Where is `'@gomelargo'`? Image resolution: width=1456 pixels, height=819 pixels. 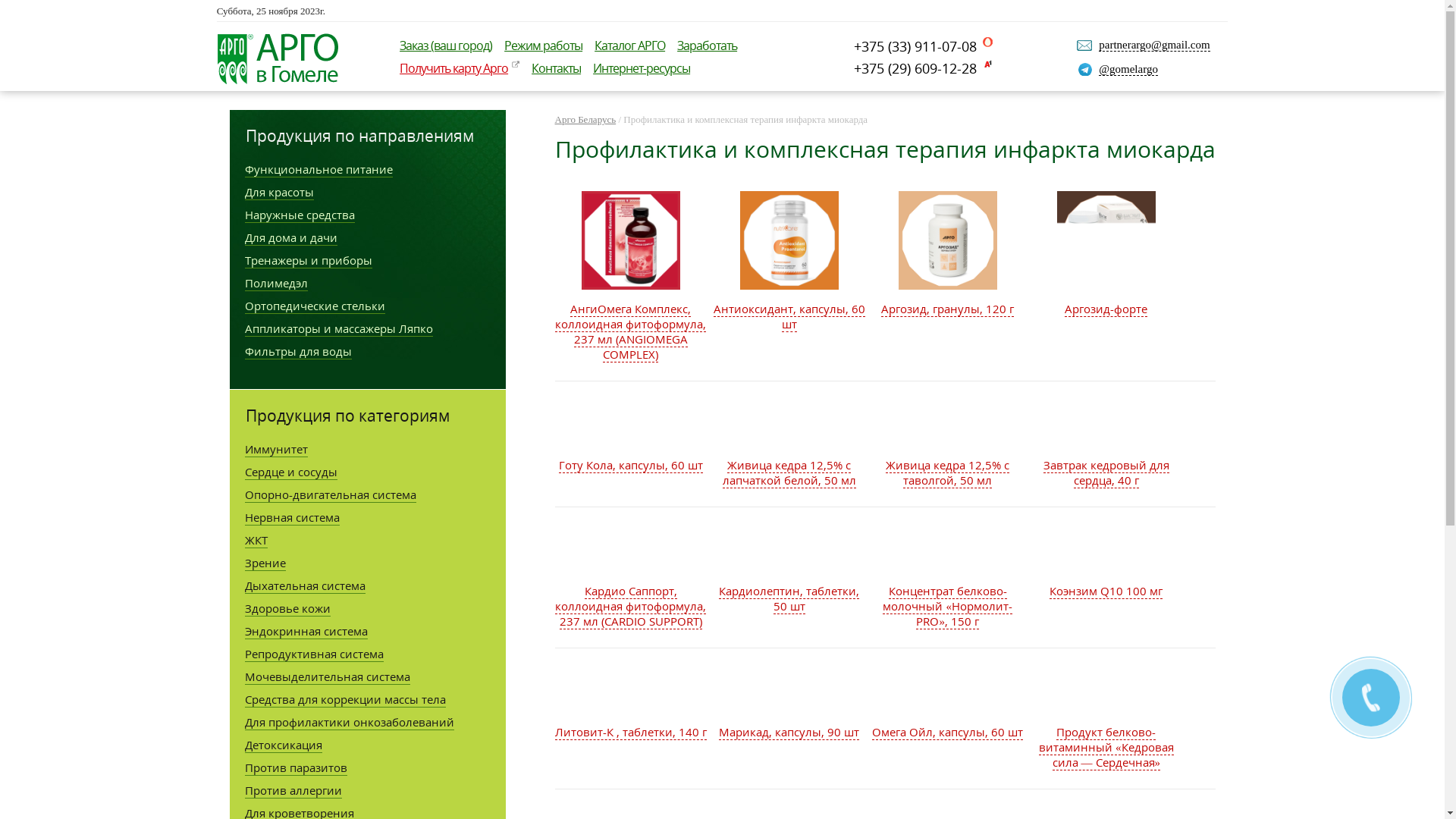 '@gomelargo' is located at coordinates (1128, 69).